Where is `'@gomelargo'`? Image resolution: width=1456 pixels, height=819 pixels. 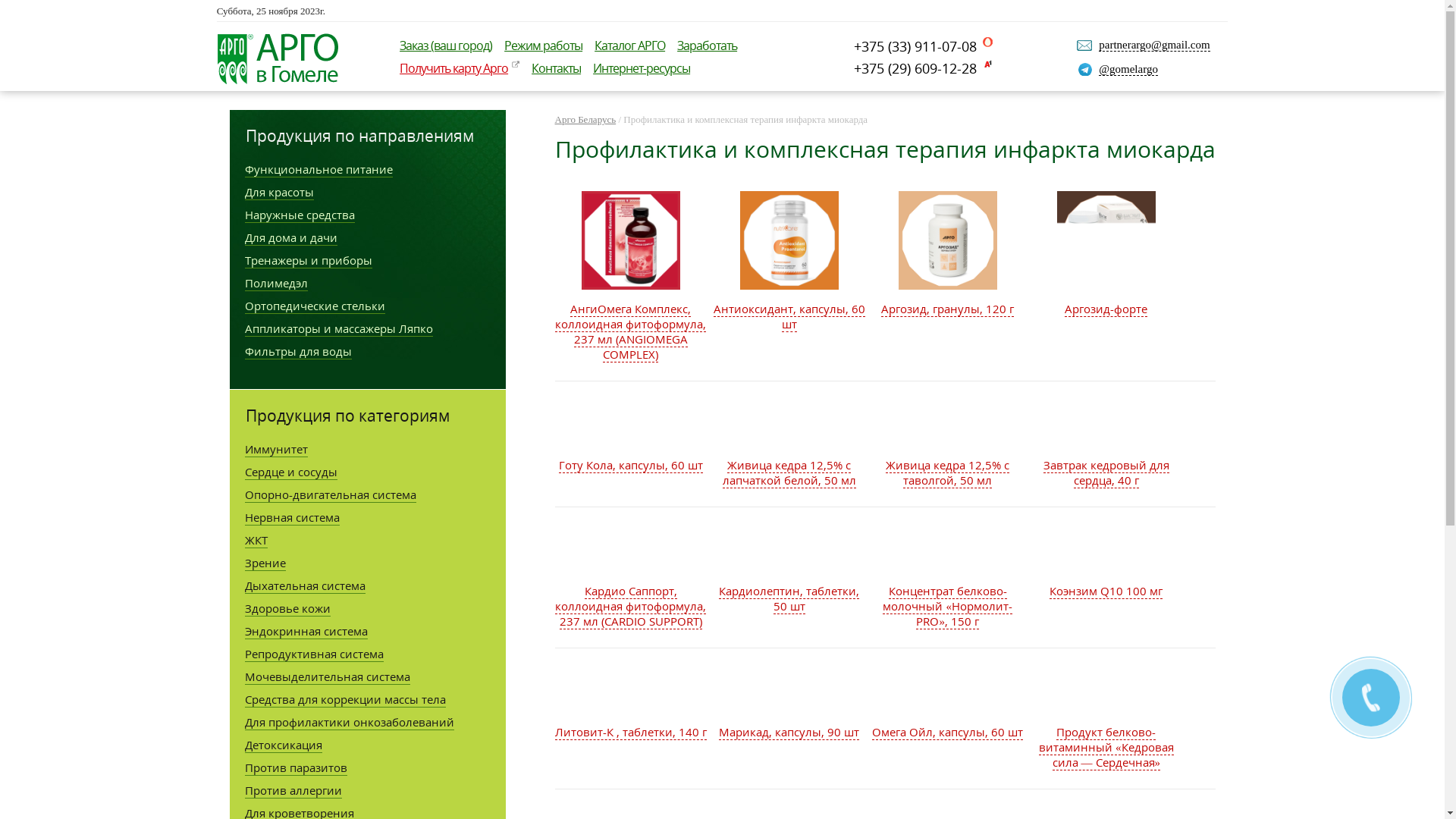 '@gomelargo' is located at coordinates (1128, 69).